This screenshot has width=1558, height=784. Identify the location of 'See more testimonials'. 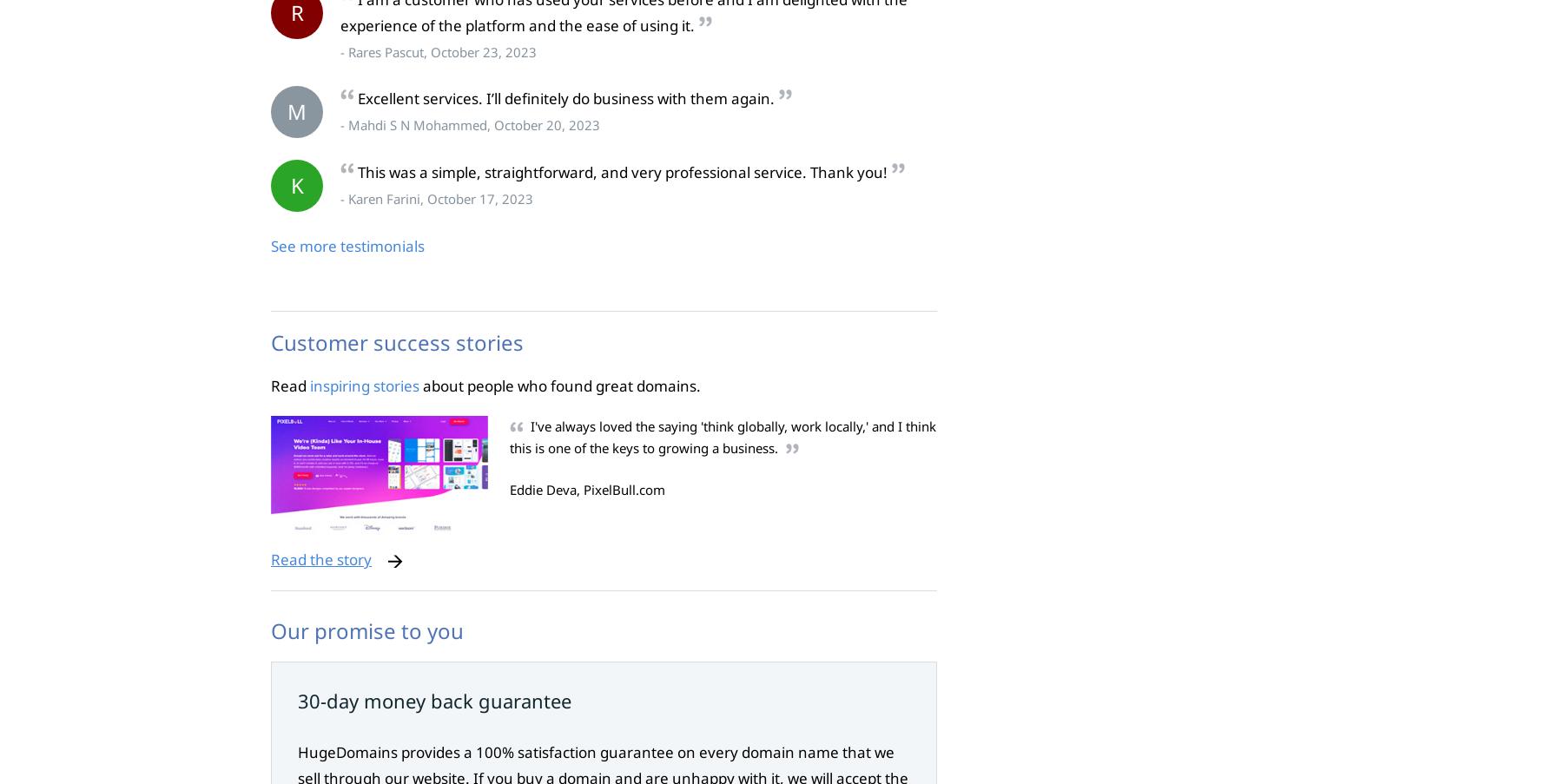
(269, 245).